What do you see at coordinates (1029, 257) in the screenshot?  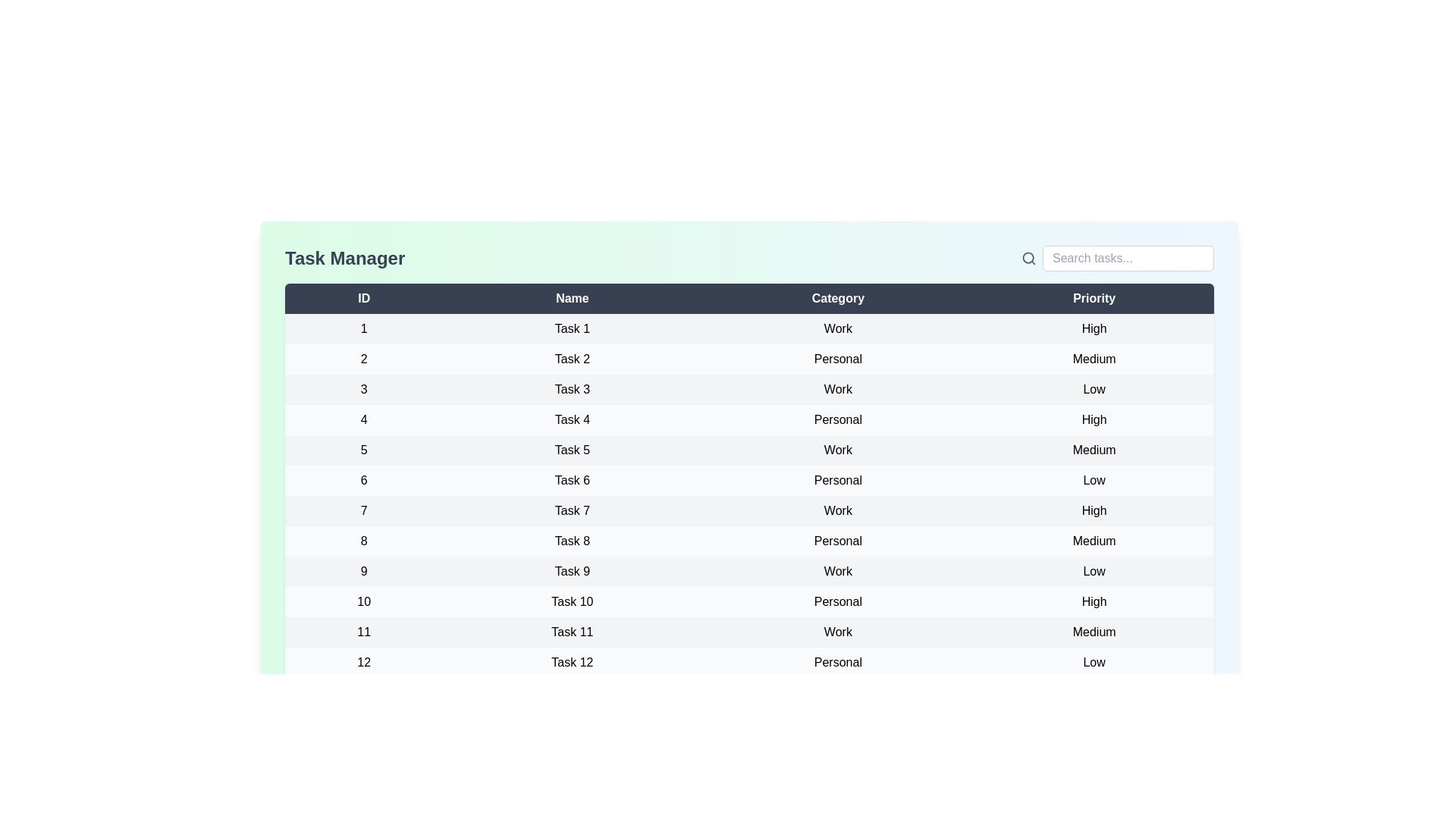 I see `the search icon to focus on the search input` at bounding box center [1029, 257].